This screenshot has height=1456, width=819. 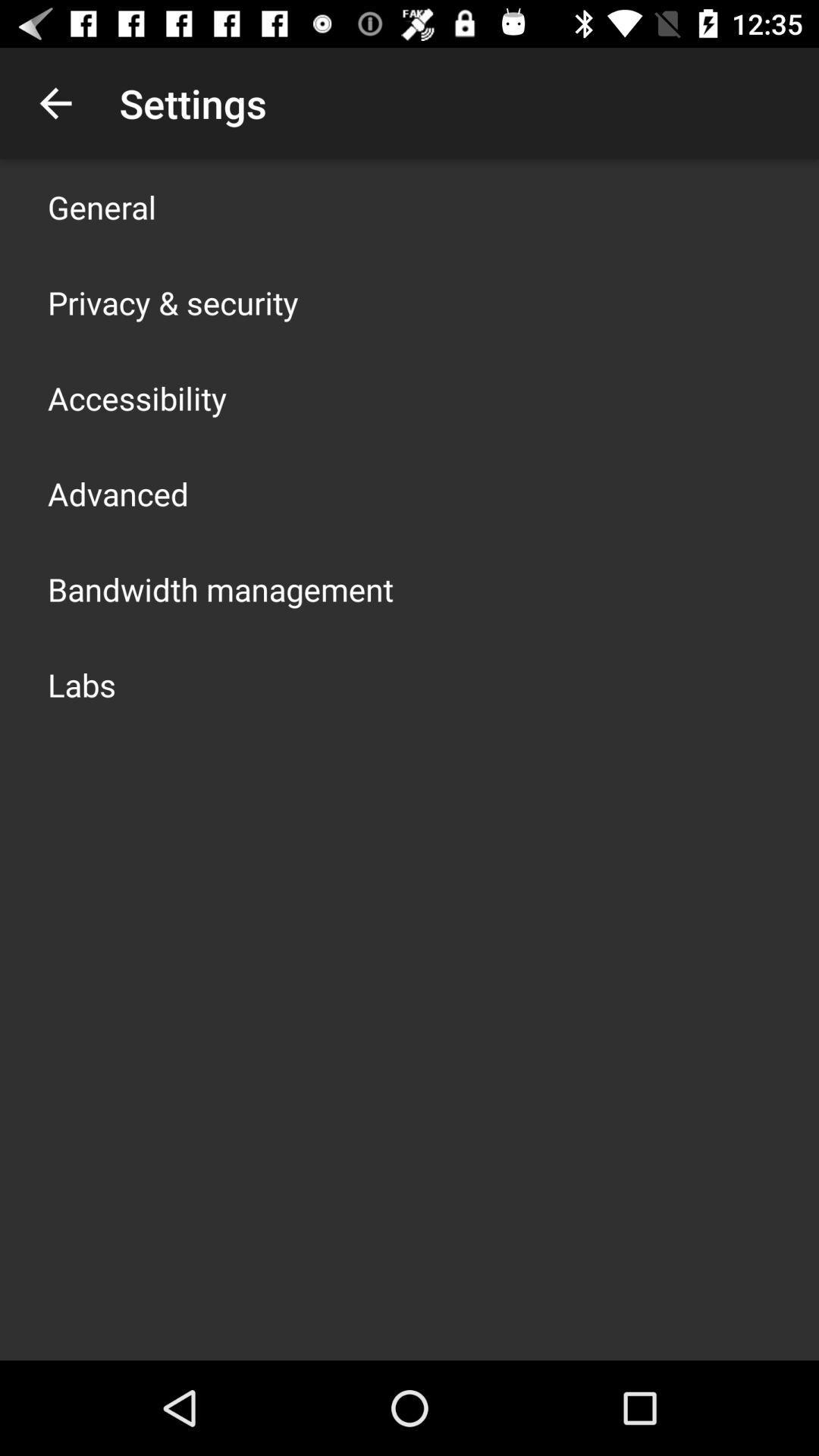 What do you see at coordinates (82, 683) in the screenshot?
I see `the labs` at bounding box center [82, 683].